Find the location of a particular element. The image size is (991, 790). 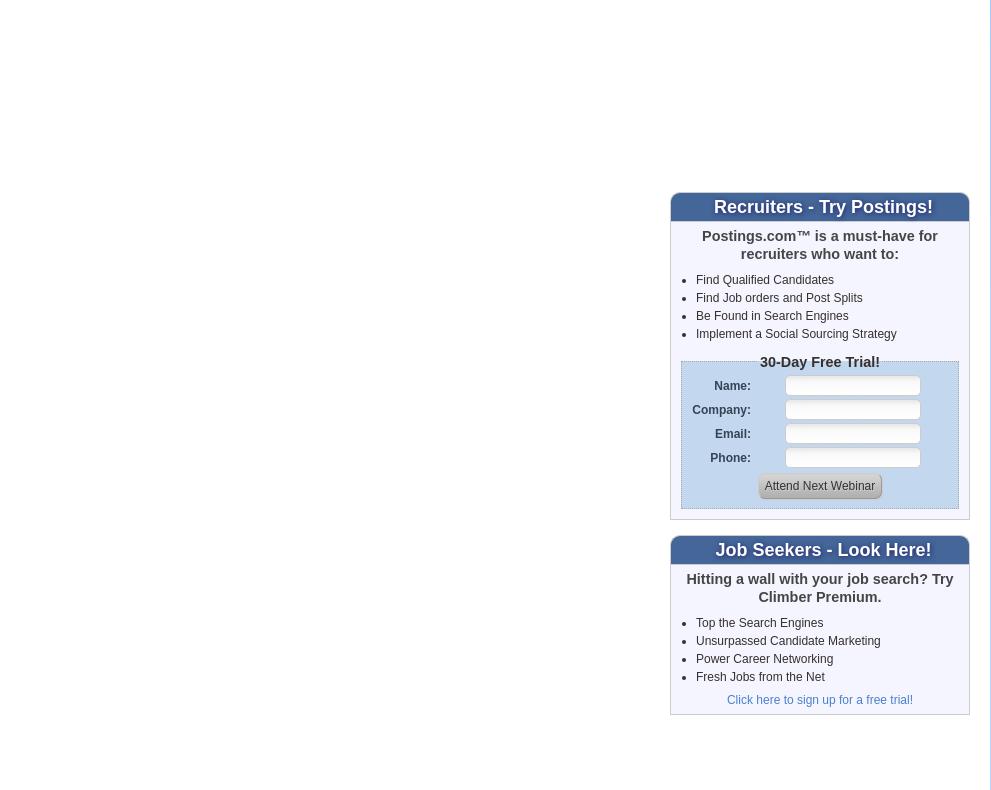

'Find Job orders and Post Splits' is located at coordinates (695, 295).